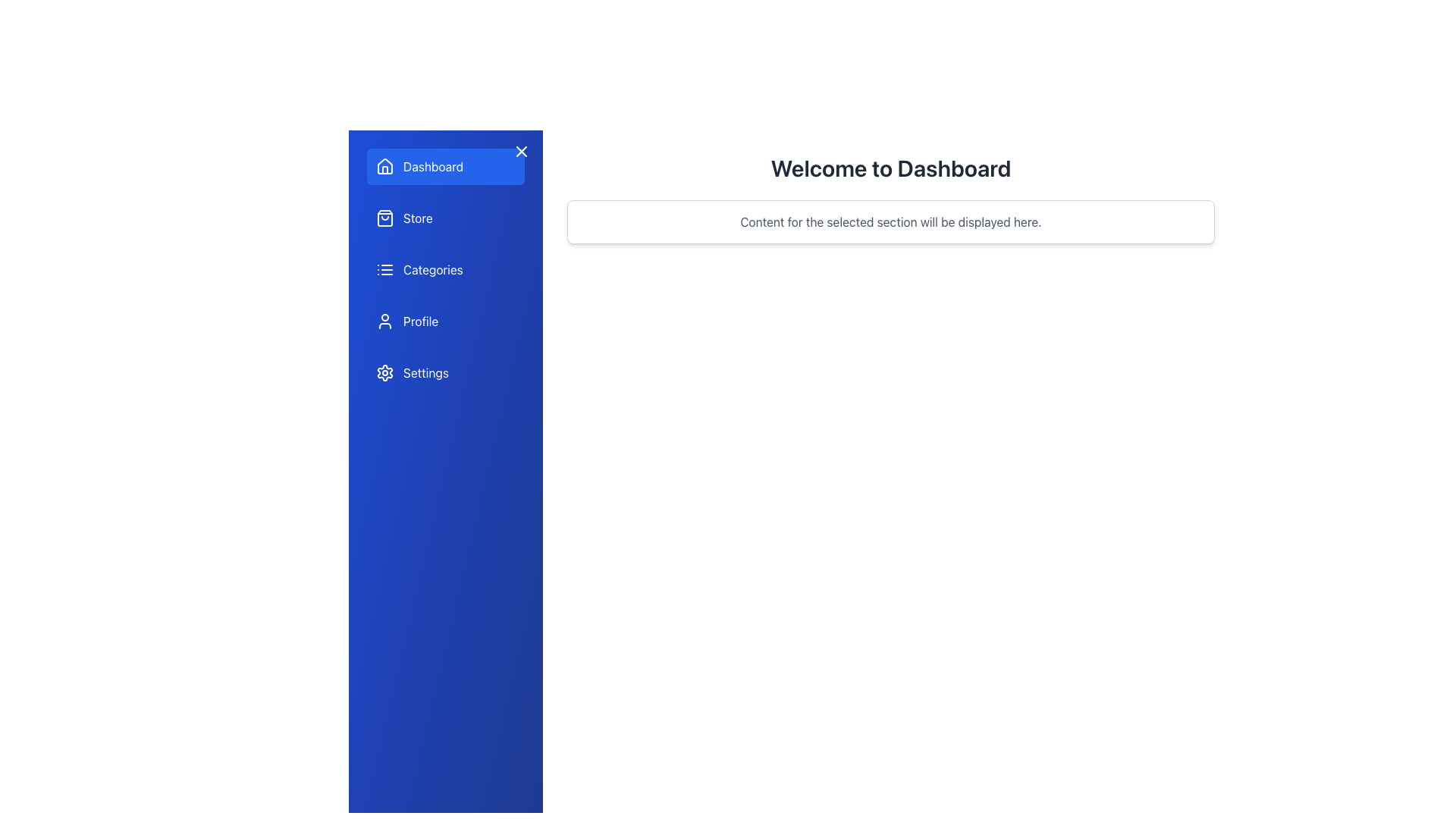 This screenshot has height=819, width=1456. Describe the element at coordinates (445, 268) in the screenshot. I see `the 'Categories' navigation link located as the third item in the left sidebar, positioned below 'Store' and above 'Profile'` at that location.